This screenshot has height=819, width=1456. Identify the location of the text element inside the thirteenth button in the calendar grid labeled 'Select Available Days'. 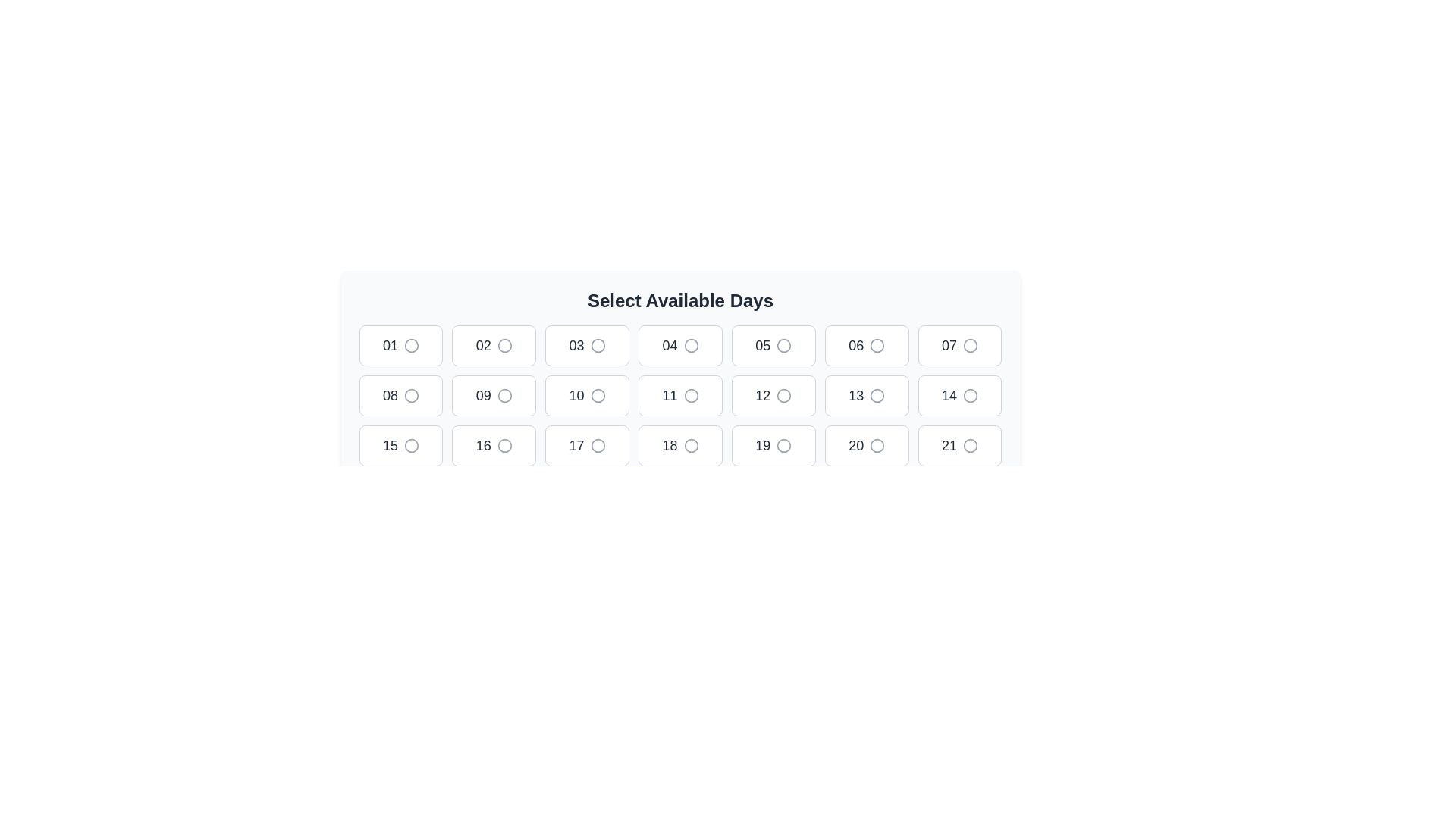
(856, 394).